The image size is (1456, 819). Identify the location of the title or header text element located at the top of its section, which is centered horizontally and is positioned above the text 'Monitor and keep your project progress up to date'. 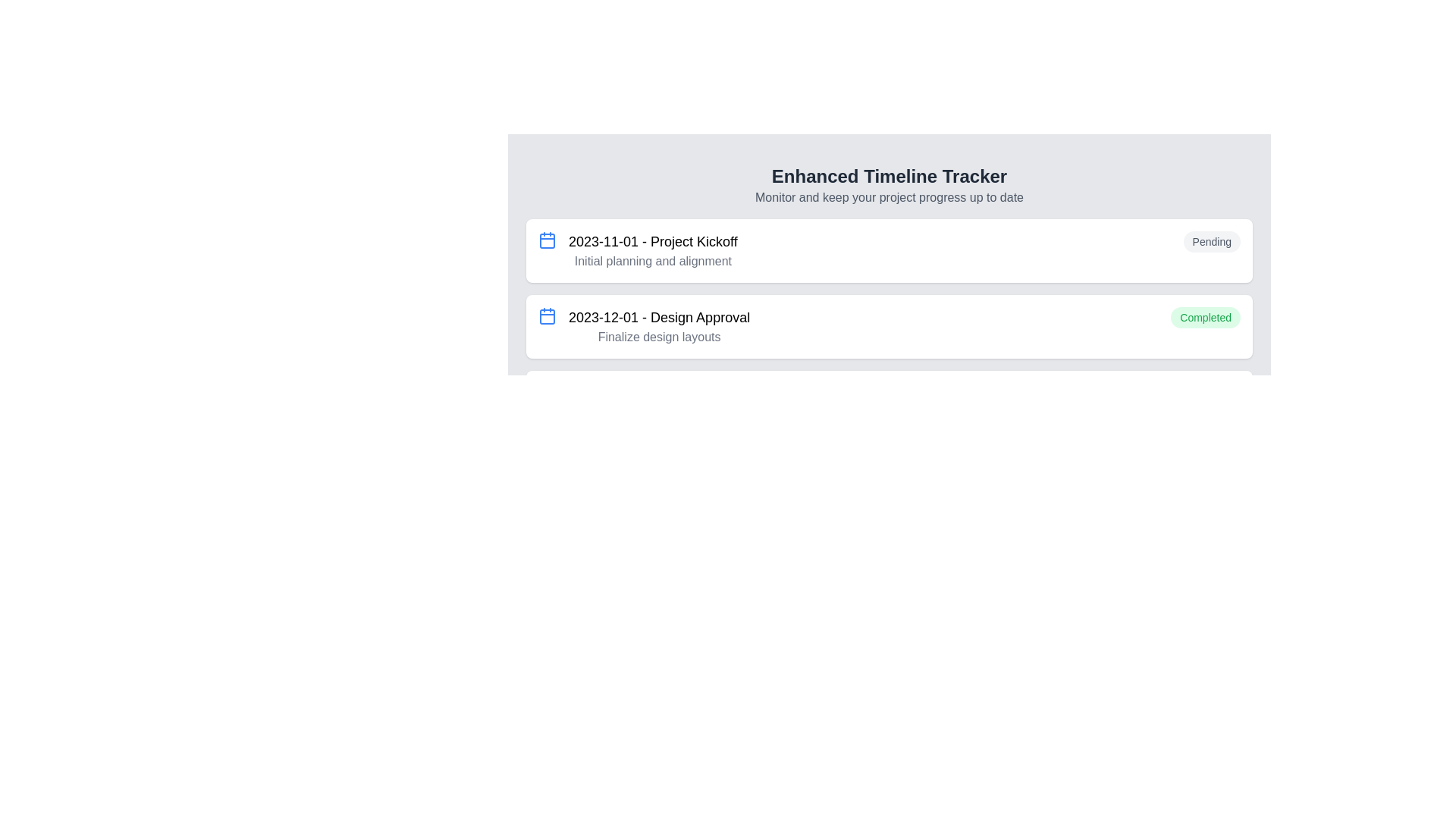
(889, 175).